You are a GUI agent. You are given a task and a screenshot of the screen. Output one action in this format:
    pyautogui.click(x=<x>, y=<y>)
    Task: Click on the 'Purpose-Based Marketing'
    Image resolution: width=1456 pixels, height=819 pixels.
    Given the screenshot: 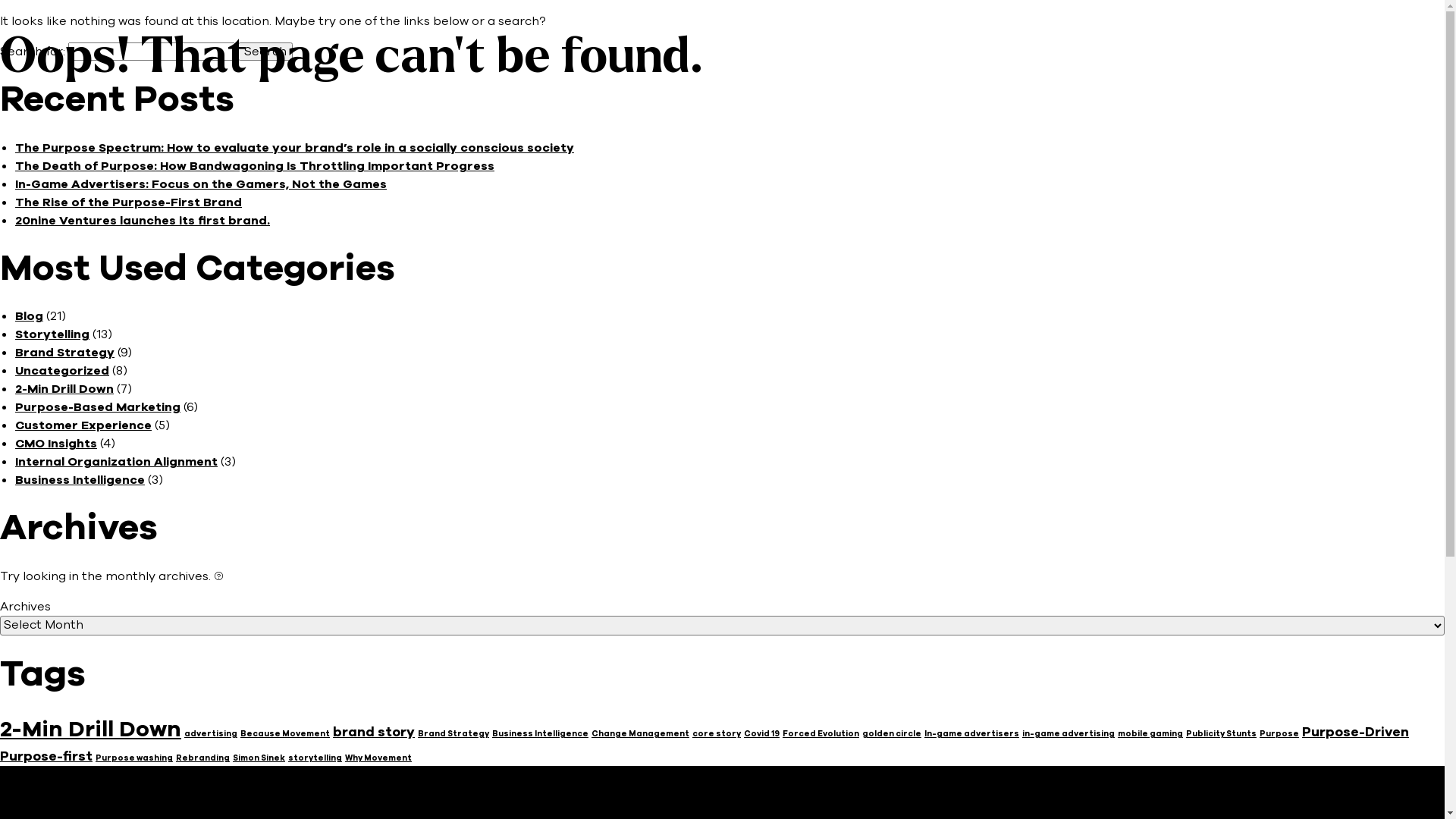 What is the action you would take?
    pyautogui.click(x=14, y=406)
    